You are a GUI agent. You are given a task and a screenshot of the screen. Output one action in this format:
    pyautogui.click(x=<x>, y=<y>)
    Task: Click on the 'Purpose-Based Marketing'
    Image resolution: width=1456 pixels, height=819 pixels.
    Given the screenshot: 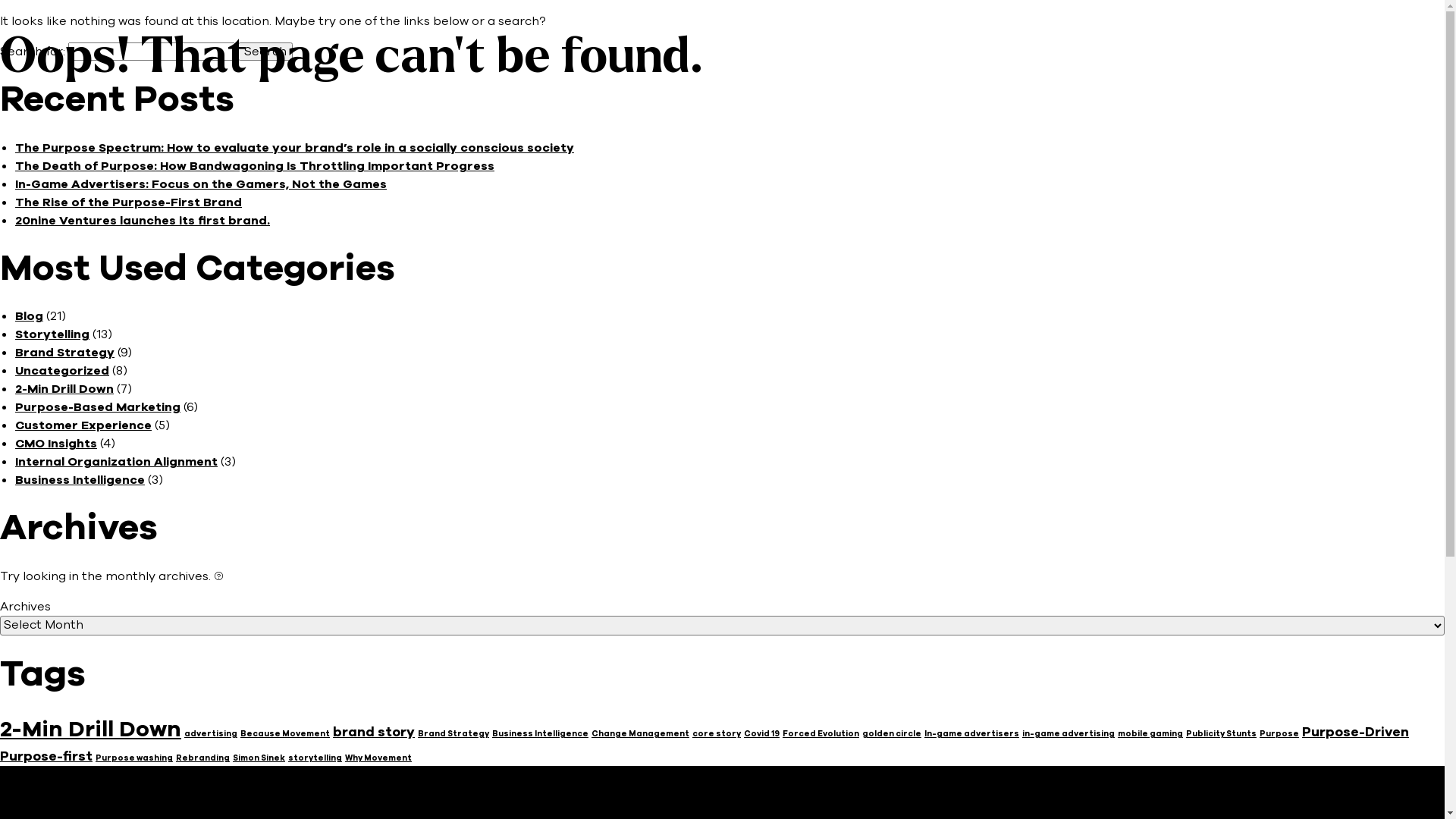 What is the action you would take?
    pyautogui.click(x=14, y=406)
    